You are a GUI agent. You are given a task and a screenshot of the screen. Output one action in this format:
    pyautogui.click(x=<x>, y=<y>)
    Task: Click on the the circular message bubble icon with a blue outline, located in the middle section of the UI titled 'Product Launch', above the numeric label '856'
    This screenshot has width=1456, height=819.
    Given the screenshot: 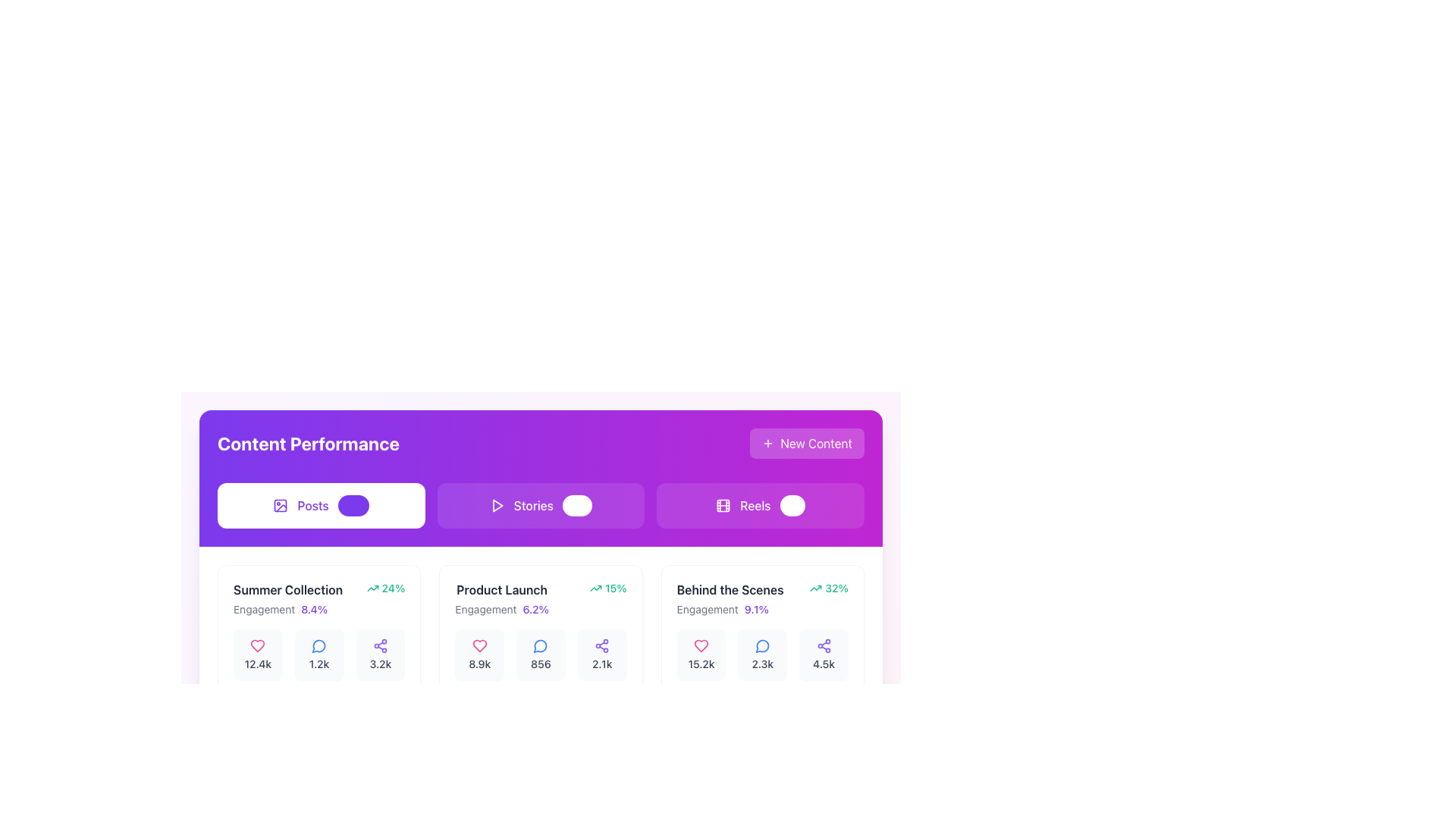 What is the action you would take?
    pyautogui.click(x=541, y=646)
    